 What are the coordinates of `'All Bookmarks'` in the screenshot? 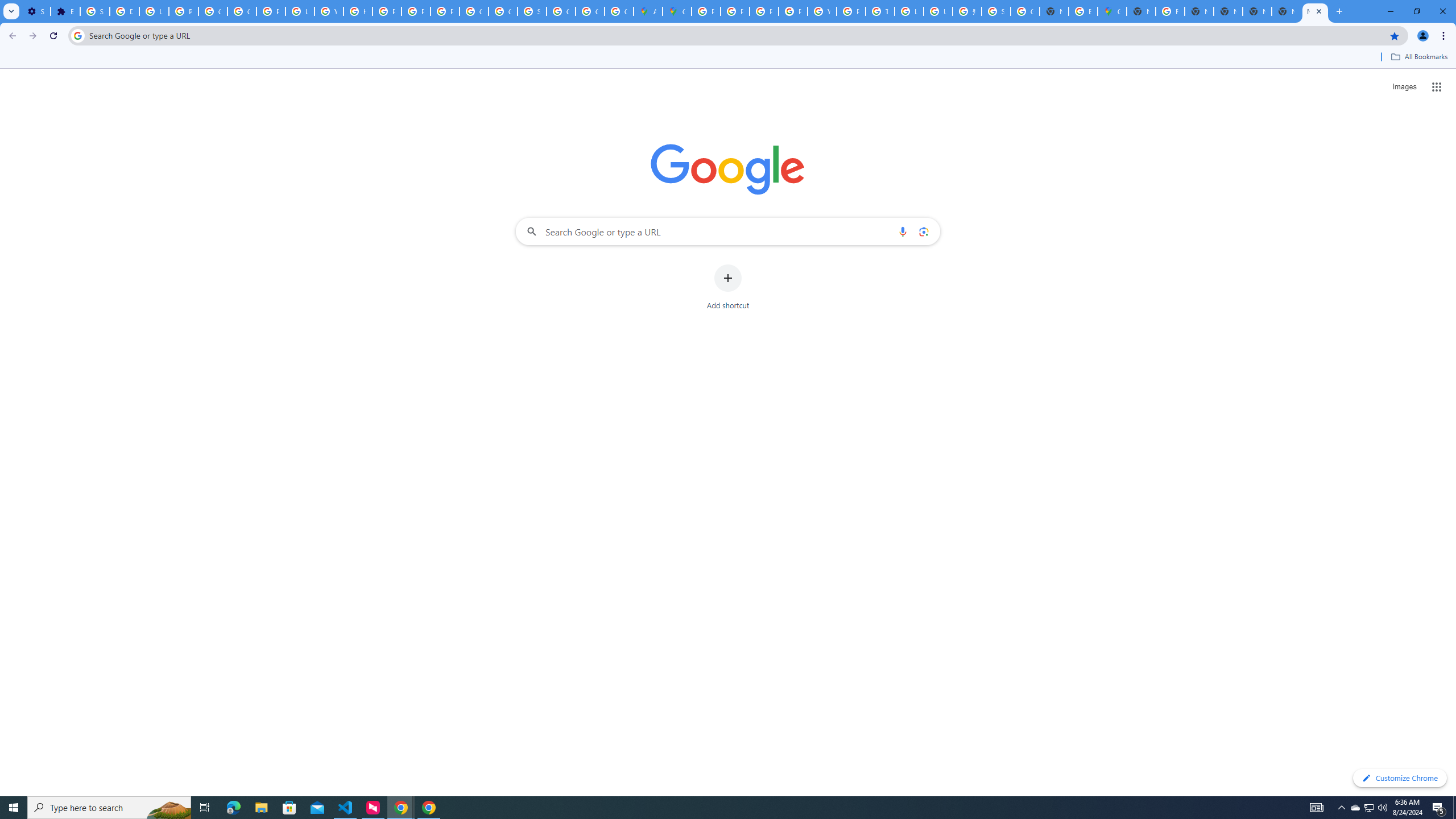 It's located at (1418, 56).